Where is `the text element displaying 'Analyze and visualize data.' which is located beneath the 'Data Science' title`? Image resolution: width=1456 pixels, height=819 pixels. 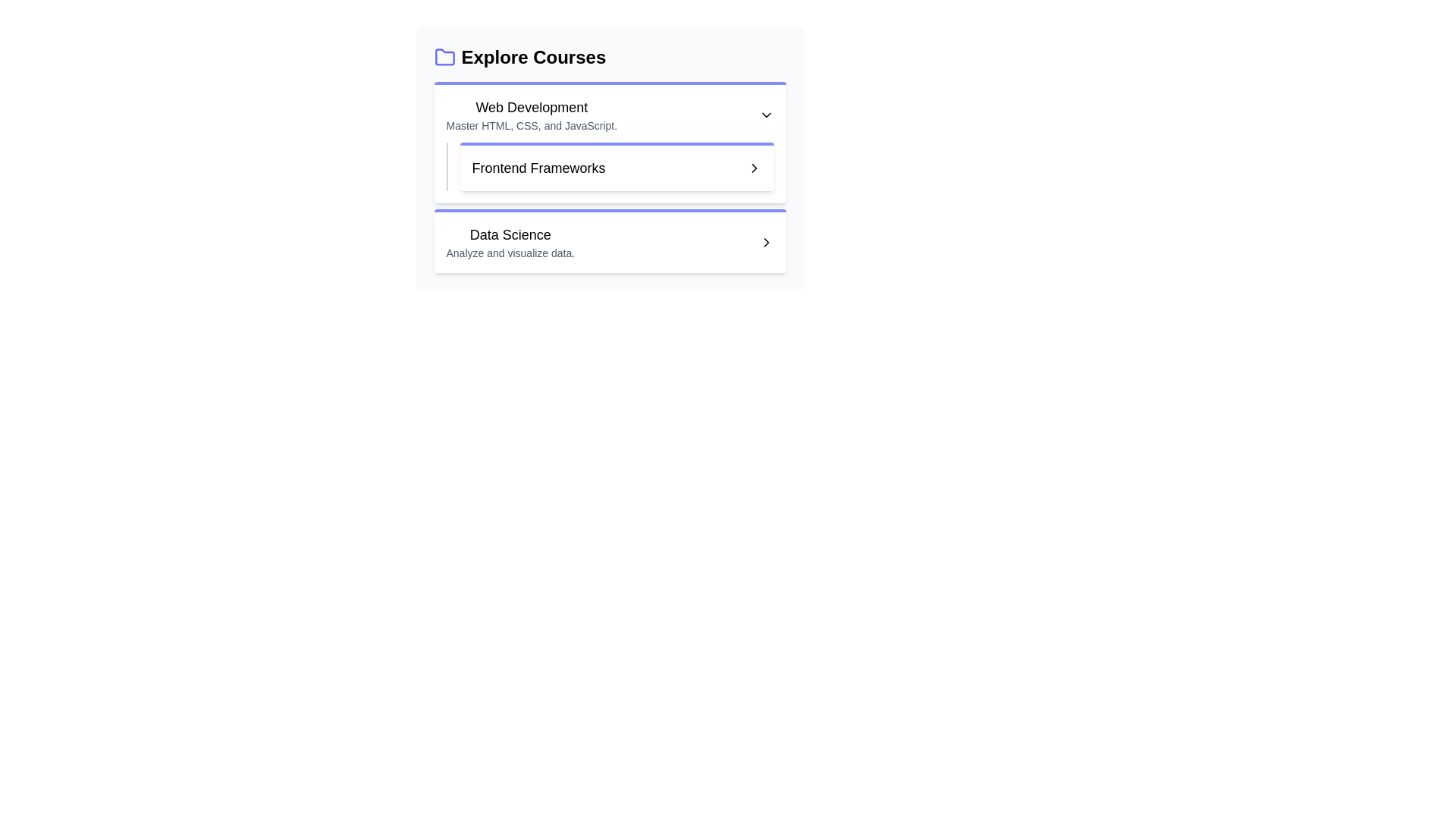
the text element displaying 'Analyze and visualize data.' which is located beneath the 'Data Science' title is located at coordinates (510, 253).